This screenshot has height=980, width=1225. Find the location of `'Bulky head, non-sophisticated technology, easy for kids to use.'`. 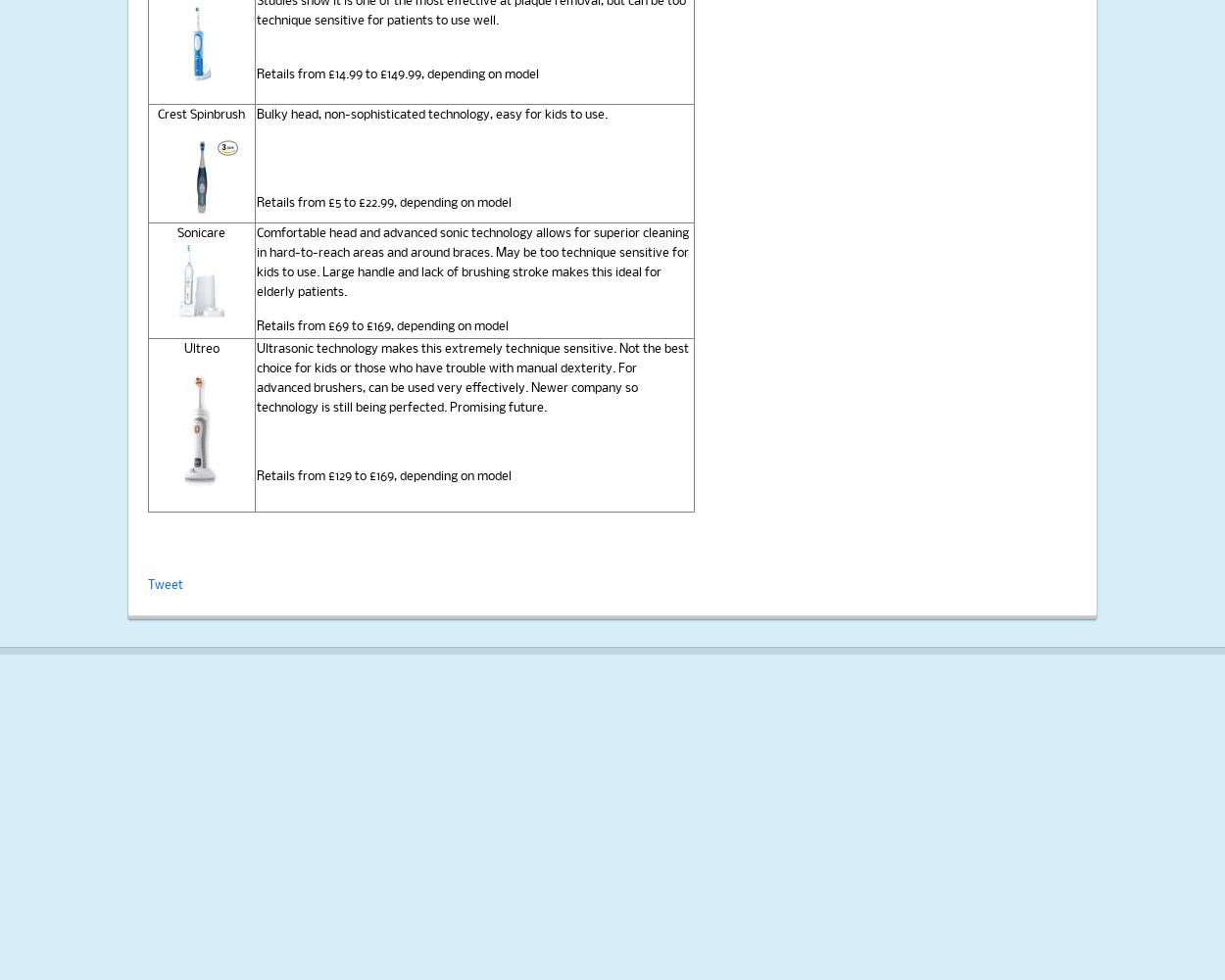

'Bulky head, non-sophisticated technology, easy for kids to use.' is located at coordinates (430, 114).